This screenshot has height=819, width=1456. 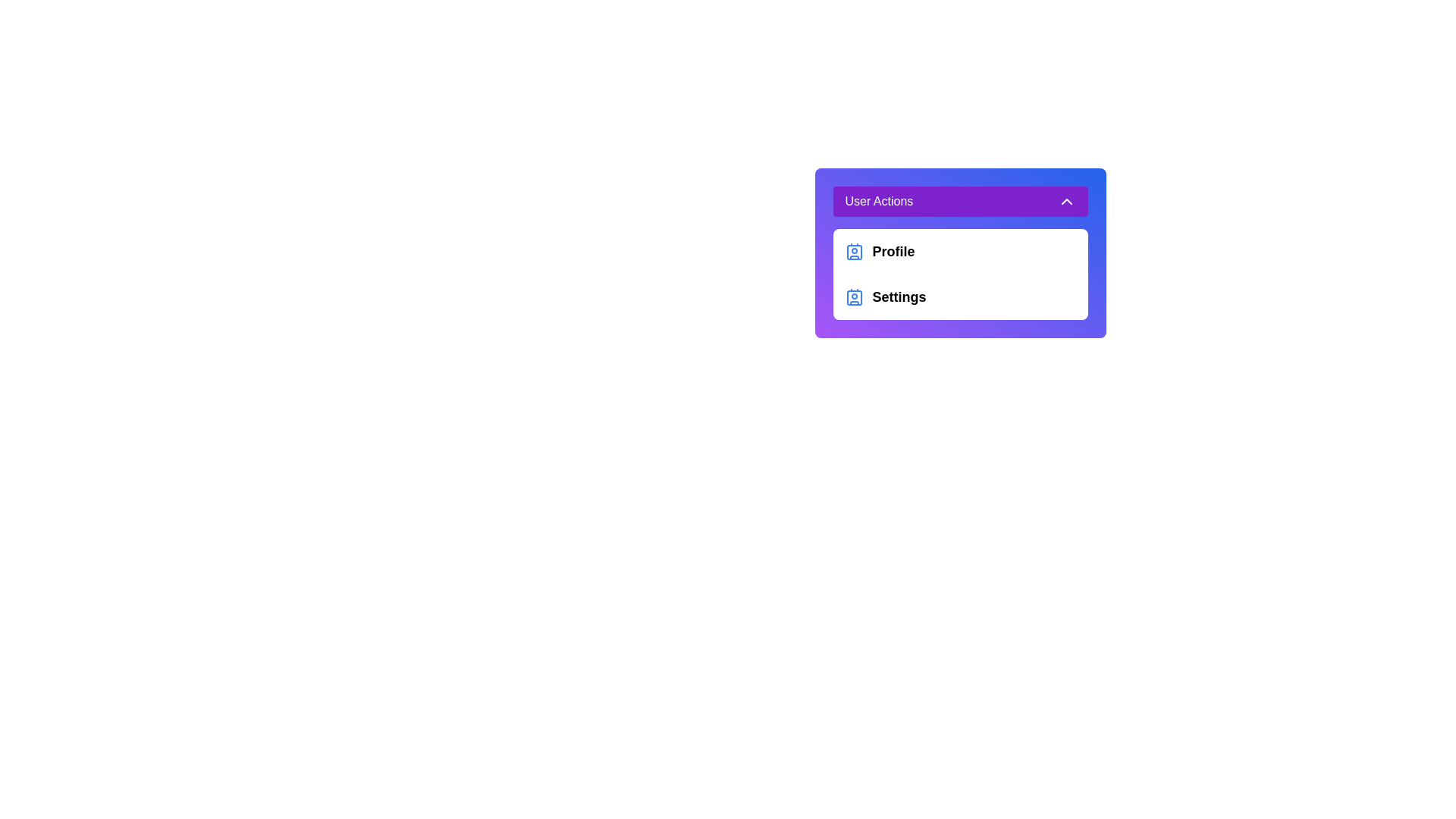 I want to click on the icon that visually indicates the 'Settings' option in the dropdown menu, located to the left of the text 'Settings', below the 'User Actions' label, so click(x=854, y=297).